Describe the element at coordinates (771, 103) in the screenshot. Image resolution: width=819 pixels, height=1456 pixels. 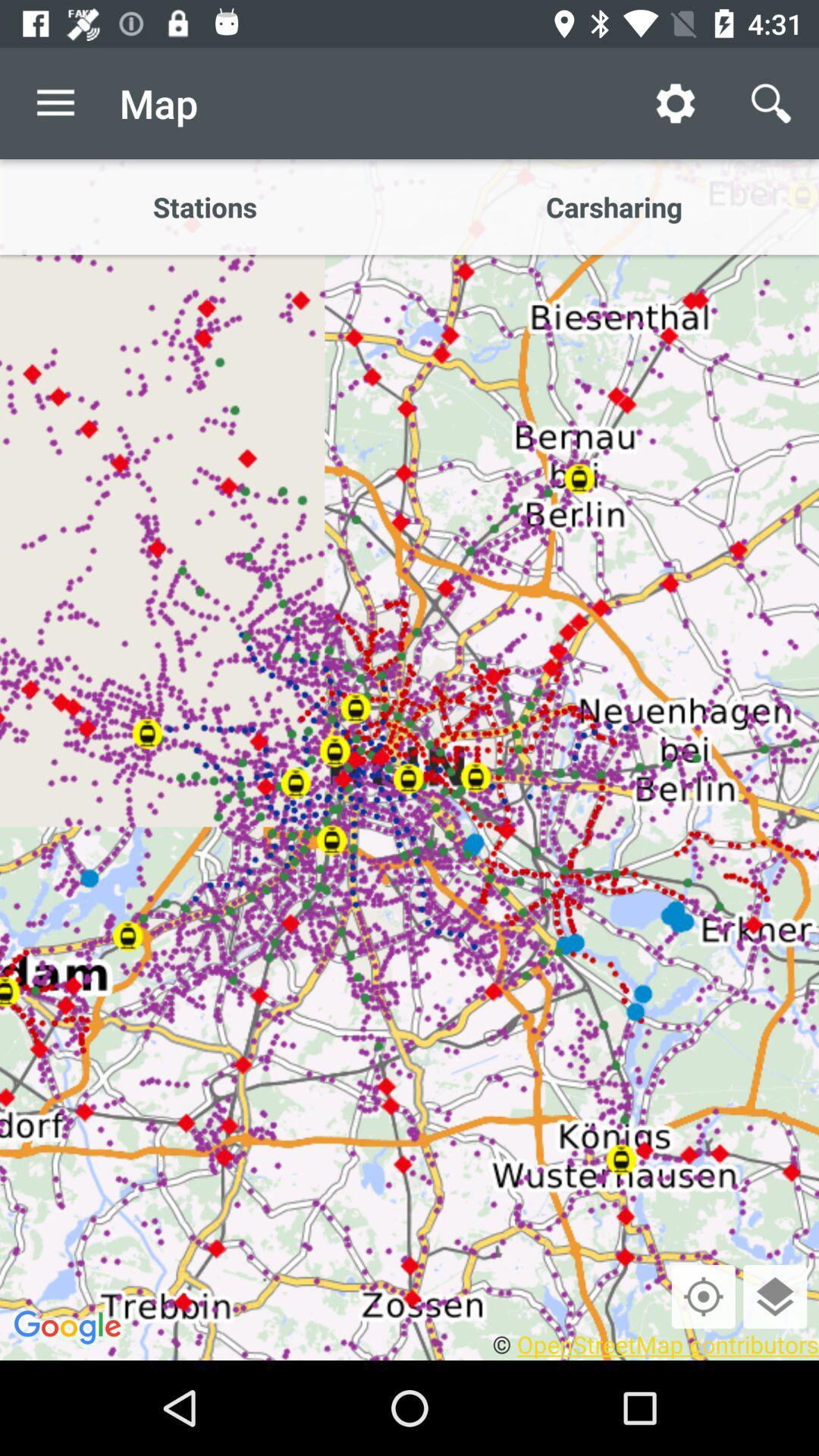
I see `search icon below time` at that location.